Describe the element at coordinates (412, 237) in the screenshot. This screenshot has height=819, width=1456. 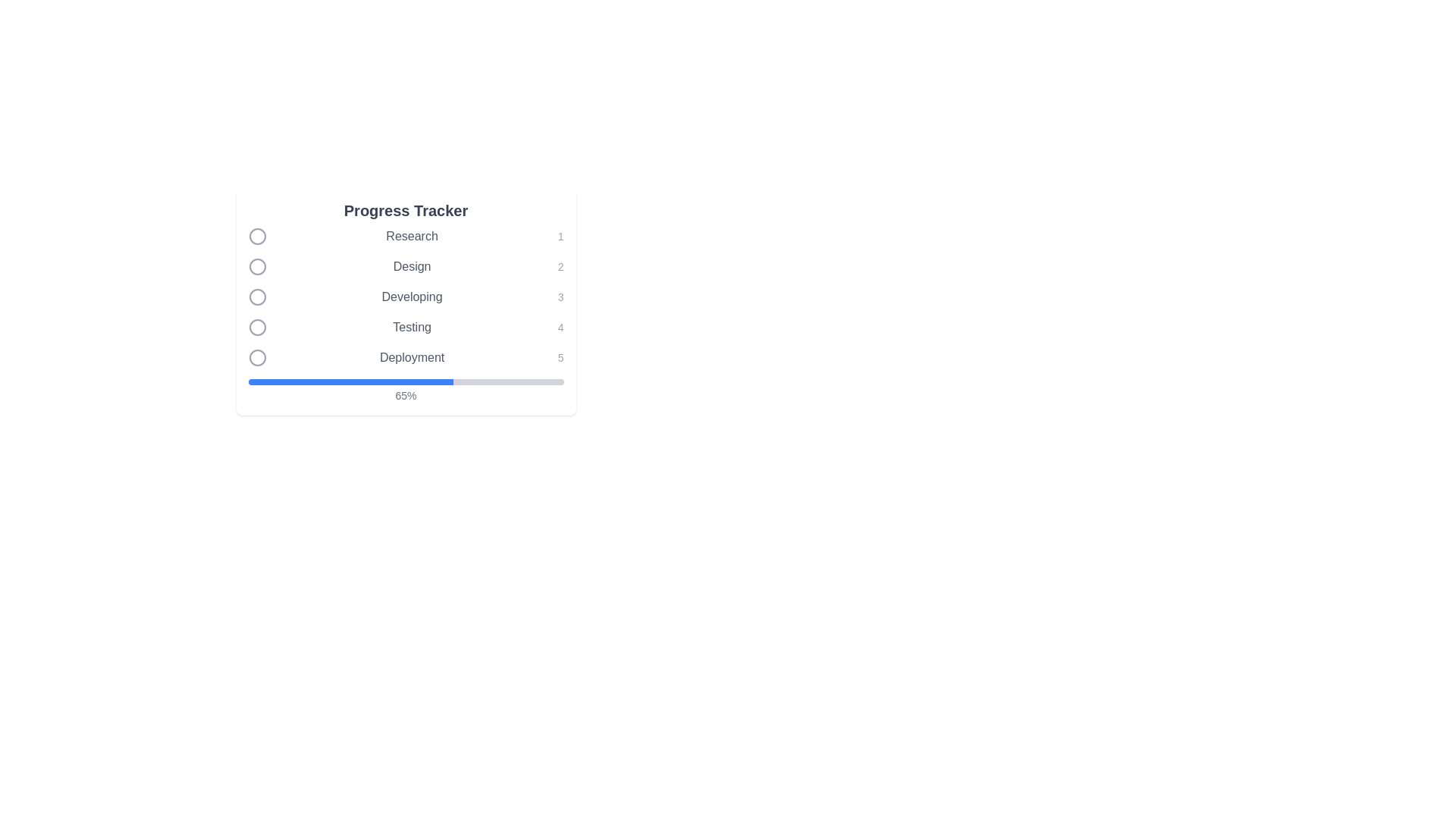
I see `the 'Research' label element, which is the second label in a vertical progress tracker list, displayed in gray color with a medium font size` at that location.